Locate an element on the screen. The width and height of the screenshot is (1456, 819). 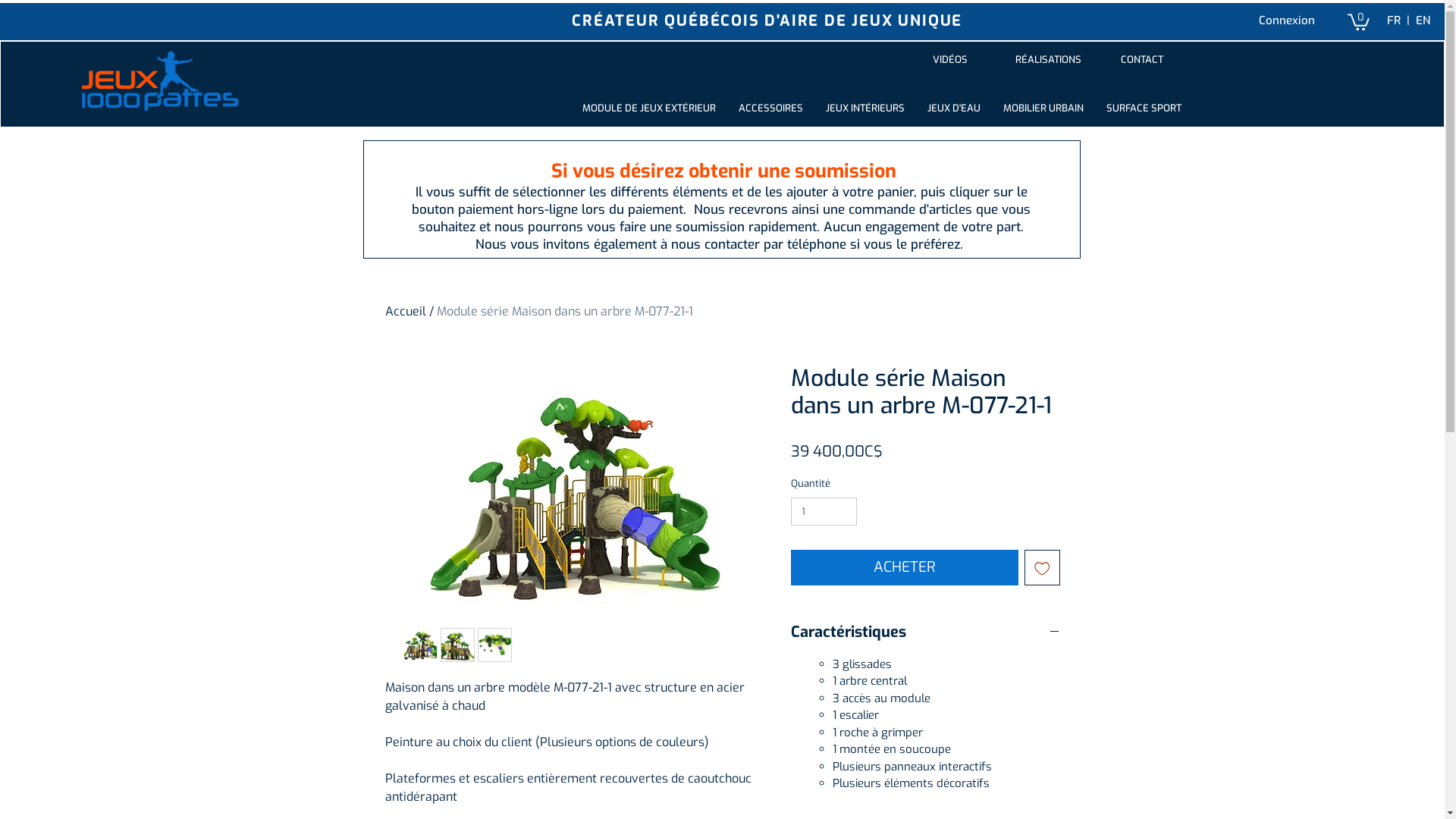
'ACHETER' is located at coordinates (904, 567).